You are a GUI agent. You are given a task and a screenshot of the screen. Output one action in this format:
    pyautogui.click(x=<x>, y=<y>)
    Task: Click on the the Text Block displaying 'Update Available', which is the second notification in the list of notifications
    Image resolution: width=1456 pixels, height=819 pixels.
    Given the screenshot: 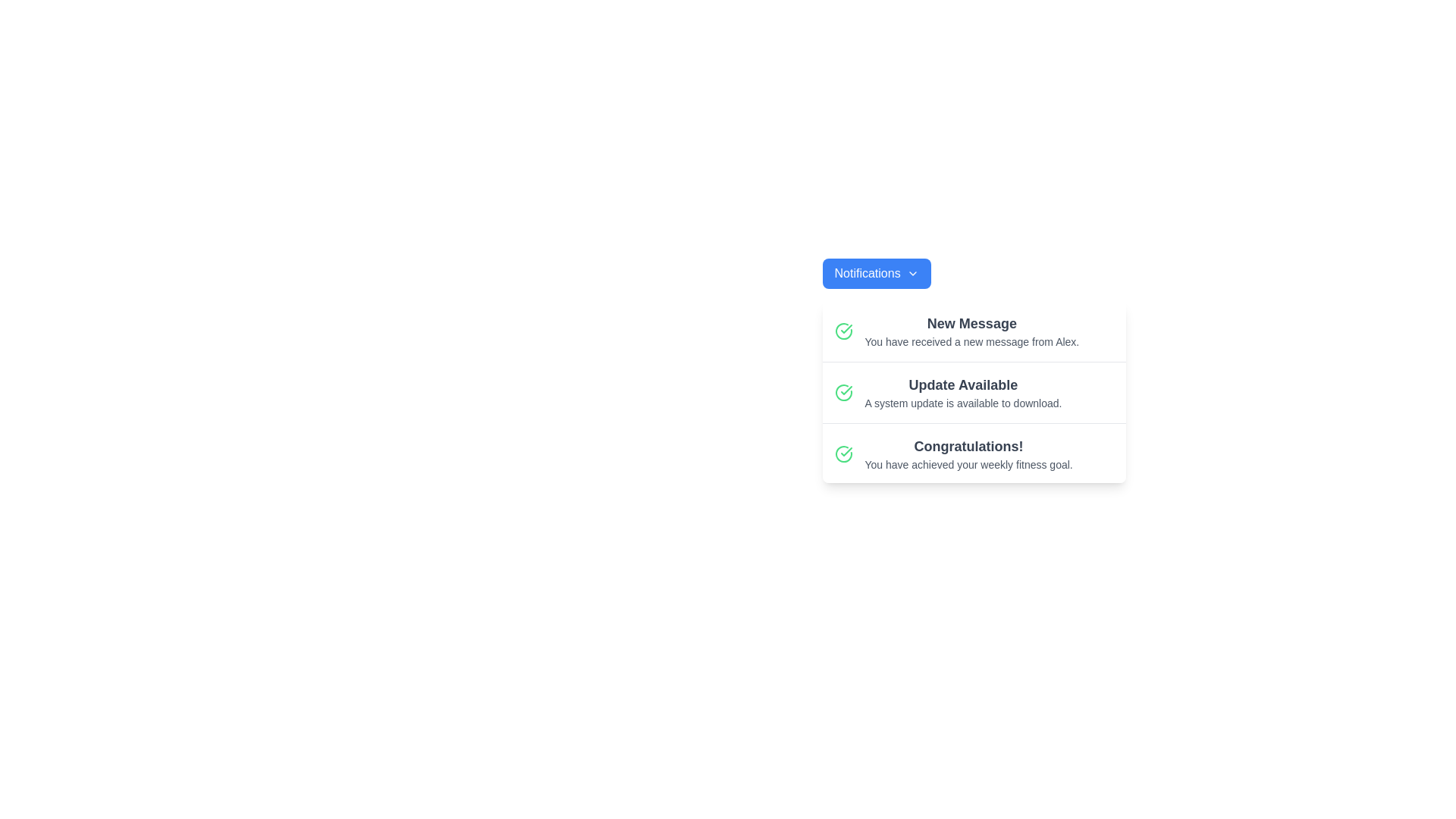 What is the action you would take?
    pyautogui.click(x=962, y=391)
    